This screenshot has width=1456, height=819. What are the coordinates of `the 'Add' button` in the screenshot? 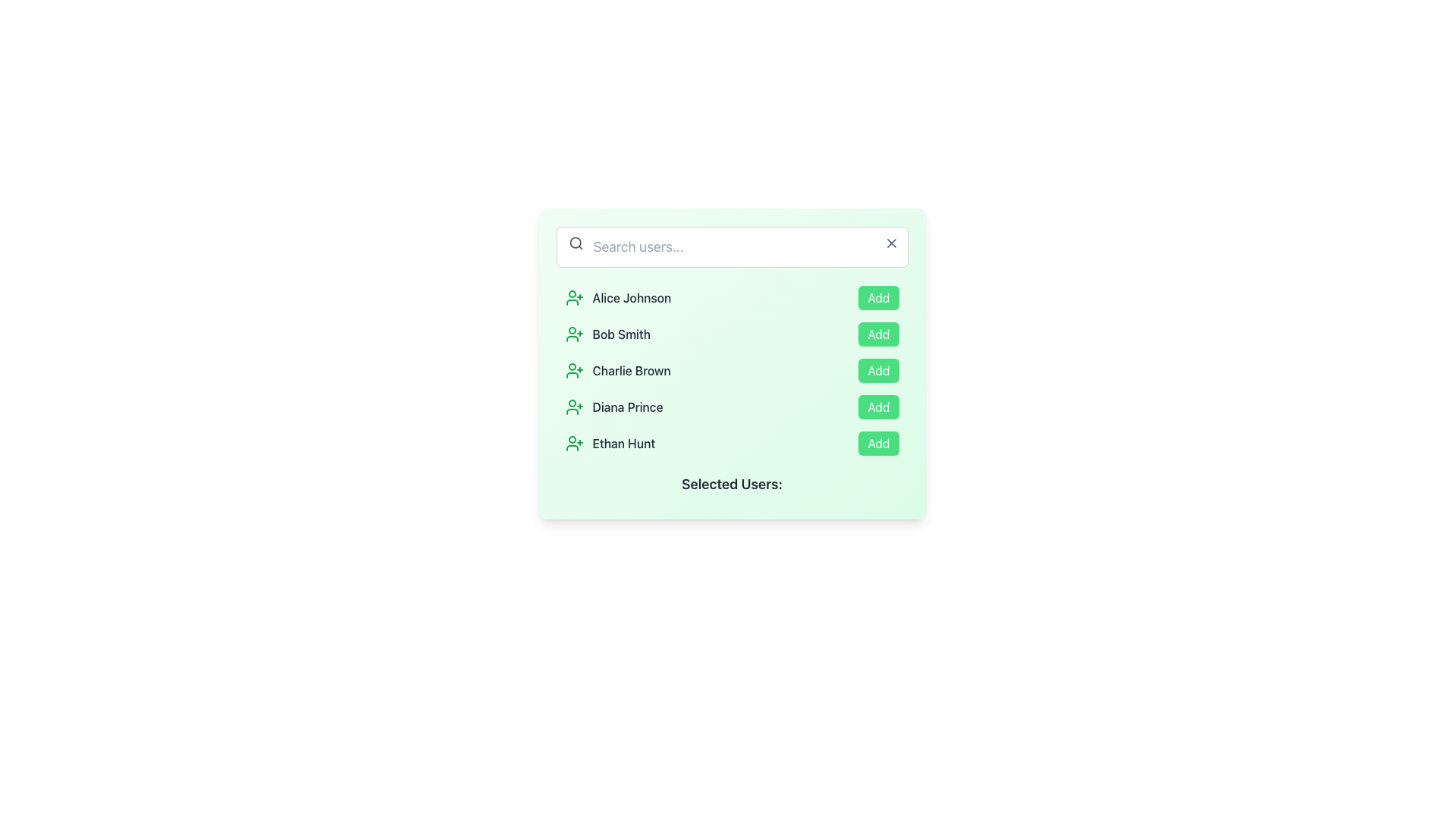 It's located at (732, 406).